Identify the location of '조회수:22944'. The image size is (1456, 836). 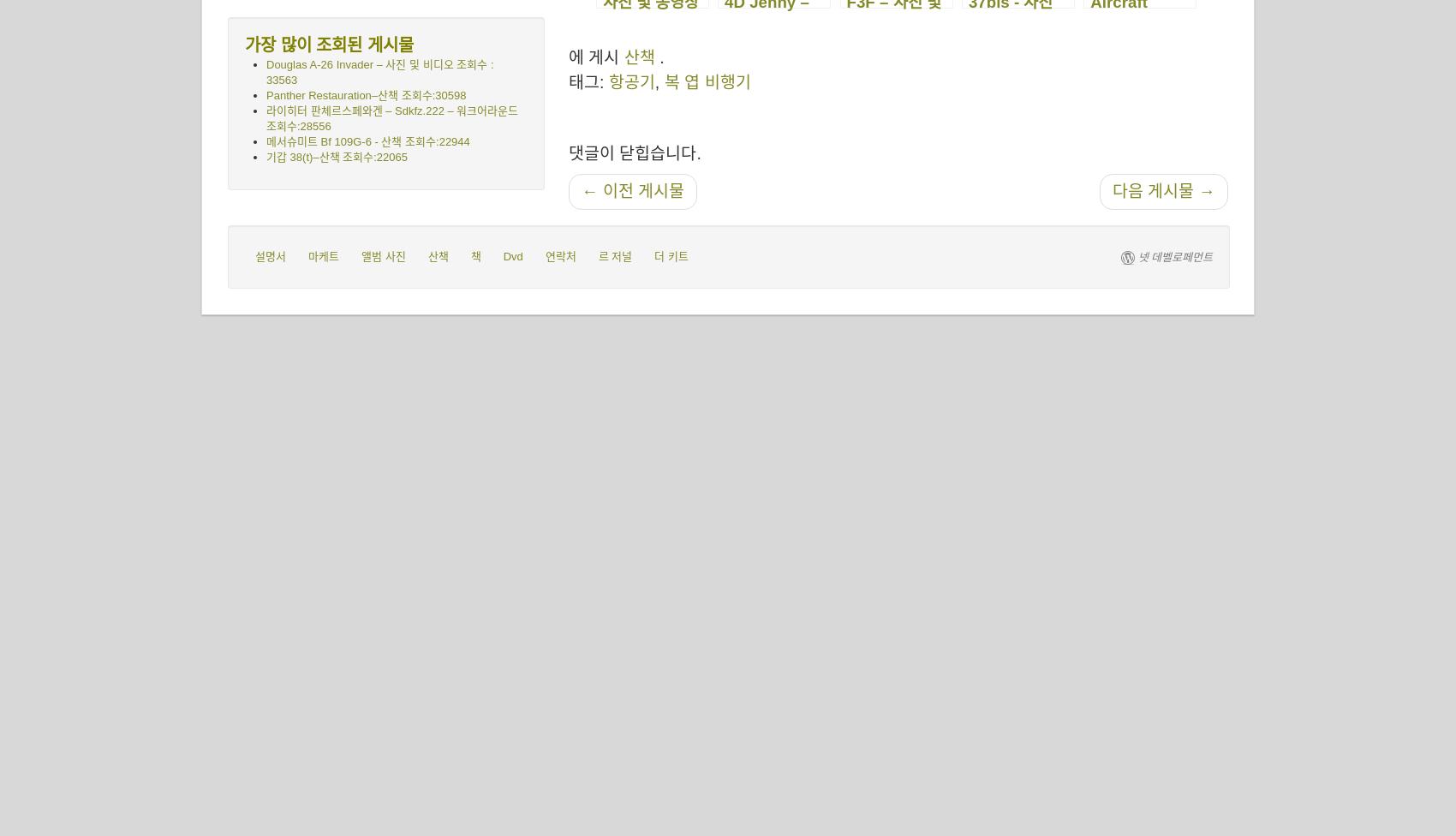
(437, 140).